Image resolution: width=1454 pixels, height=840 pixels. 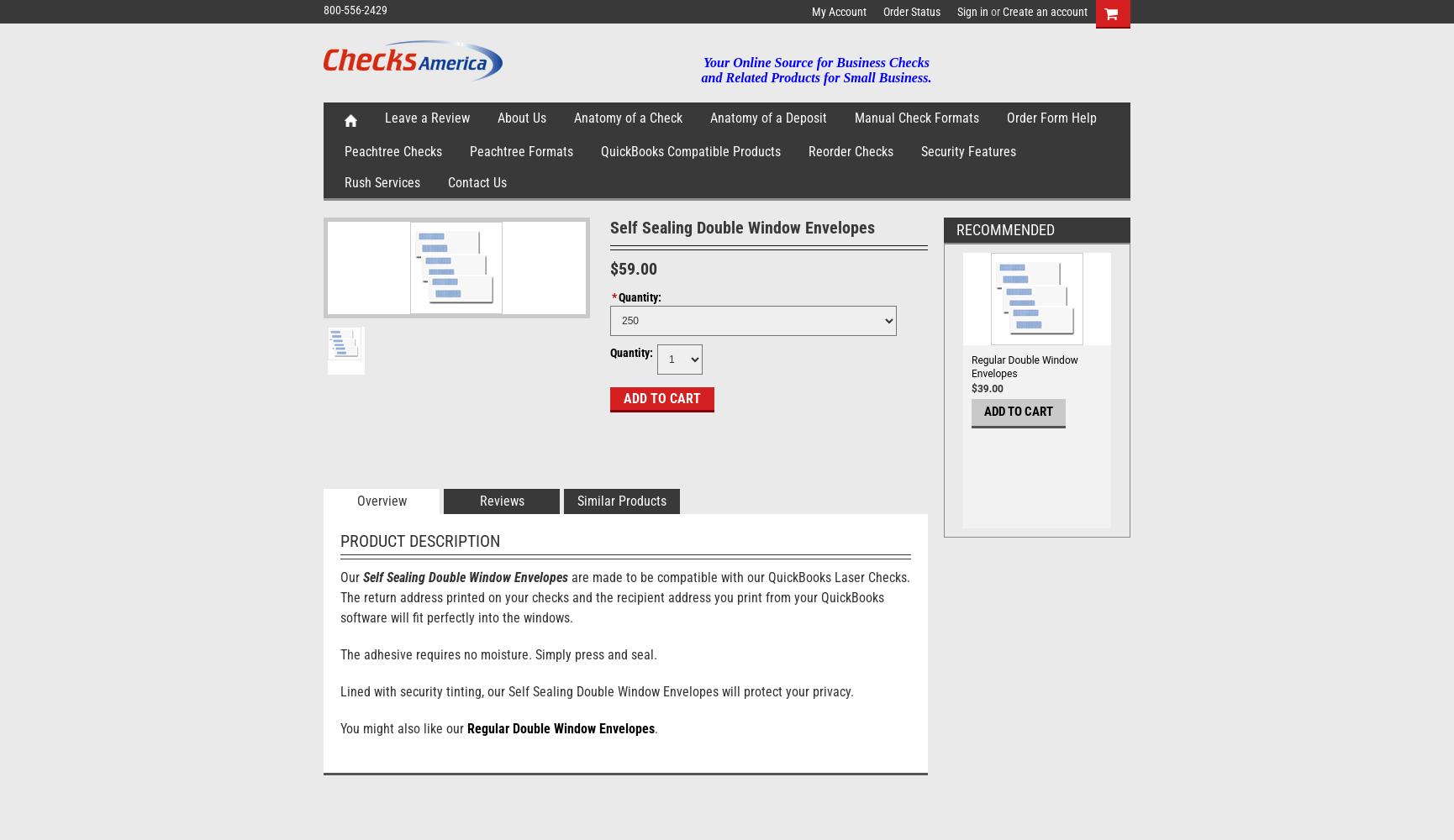 What do you see at coordinates (971, 388) in the screenshot?
I see `'$39.00'` at bounding box center [971, 388].